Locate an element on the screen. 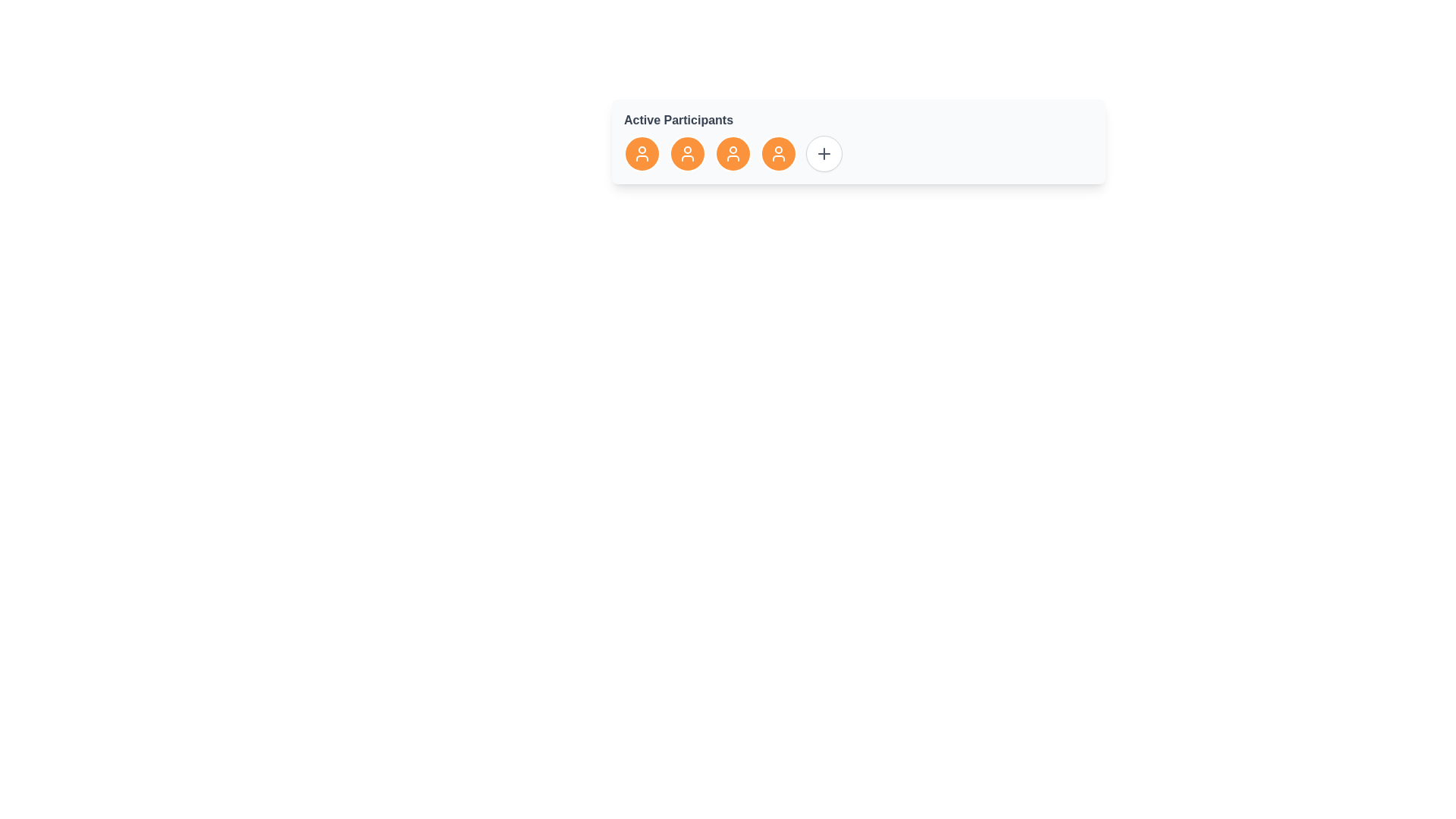 Image resolution: width=1456 pixels, height=819 pixels. the first user icon in the 'Active Participants' section, located at the top-center area of the component is located at coordinates (642, 154).